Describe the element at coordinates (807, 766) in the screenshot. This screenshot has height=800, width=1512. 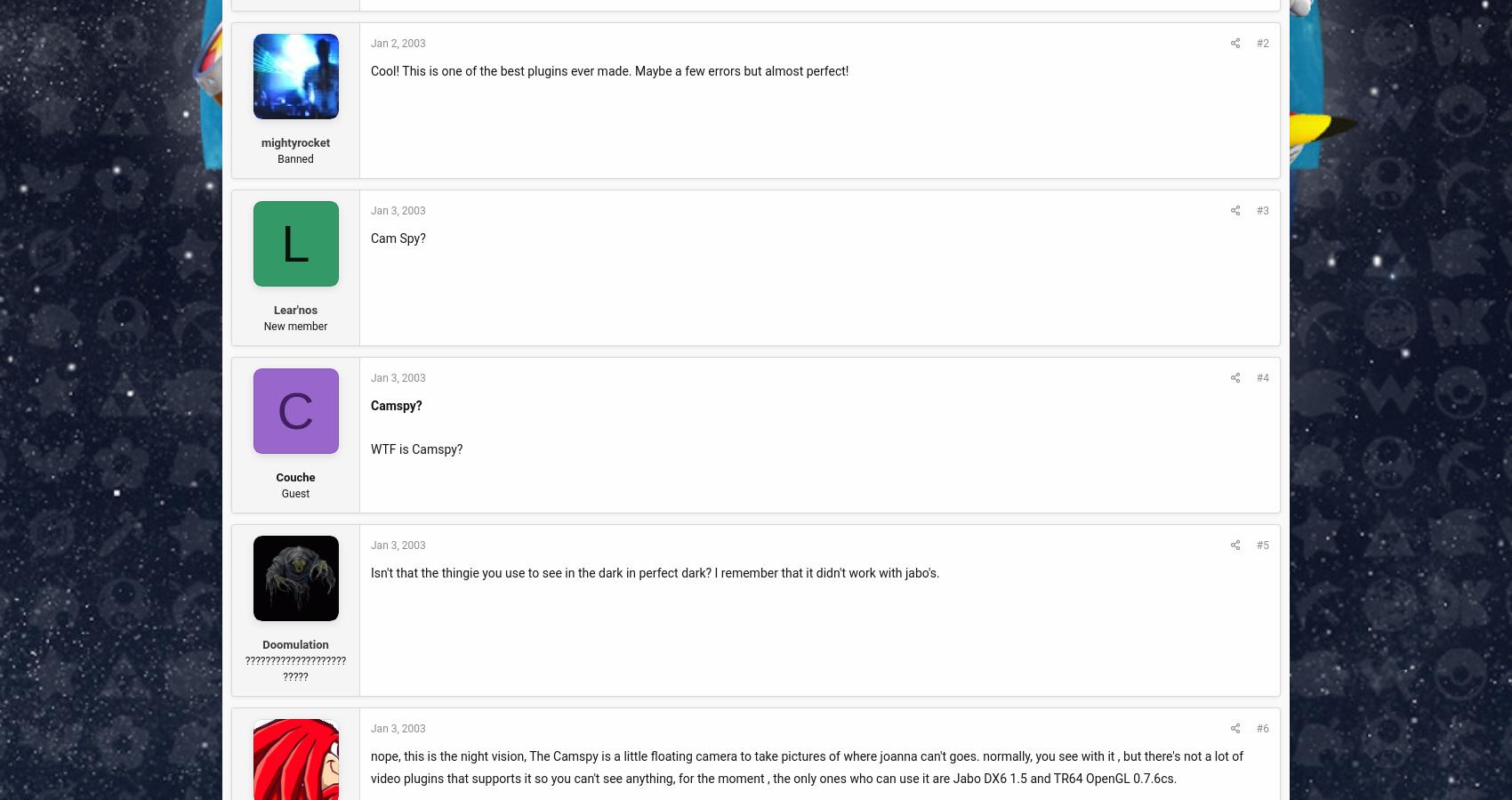
I see `'nope, this is the night vision, The Camspy is a little floating camera to take pictures of where joanna can't goes. normally, you see with it , but there's not a  lot of video plugins that supports it so you can't see anything, for the moment , the only ones who can use it are Jabo DX6 1.5 and TR64 OpenGL 0.7.6cs.'` at that location.